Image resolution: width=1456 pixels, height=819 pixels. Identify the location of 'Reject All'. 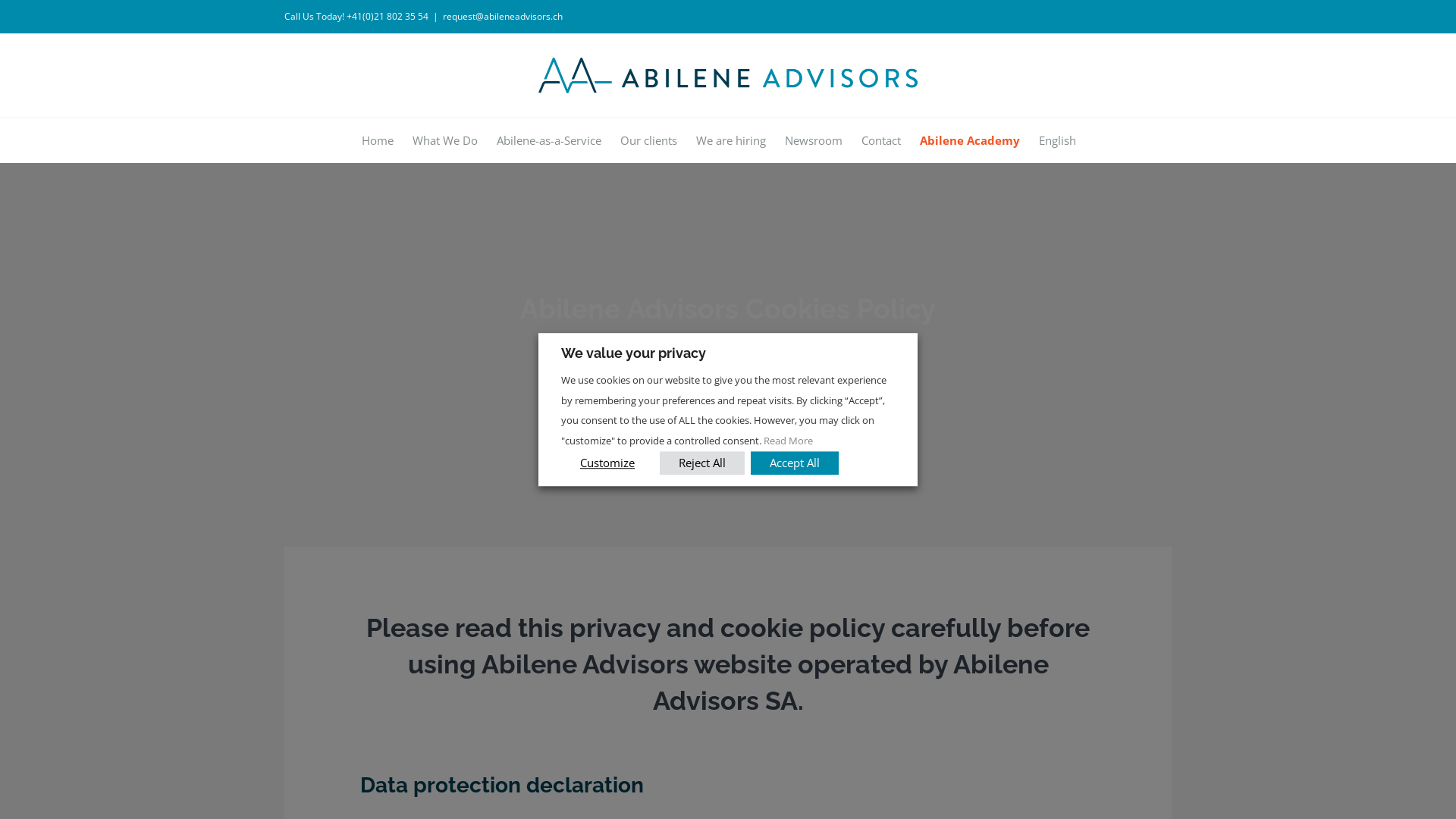
(701, 462).